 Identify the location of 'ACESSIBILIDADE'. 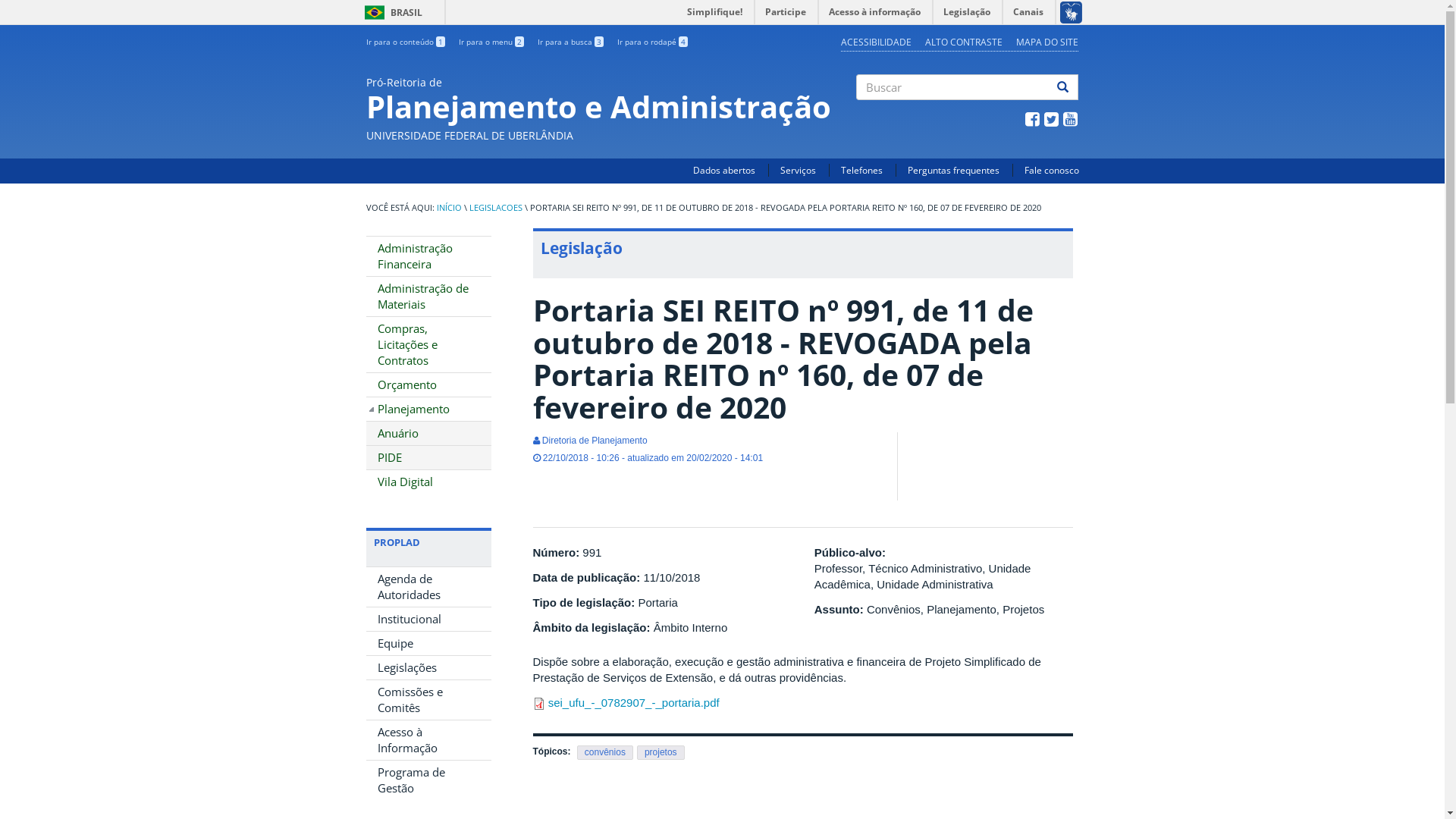
(876, 41).